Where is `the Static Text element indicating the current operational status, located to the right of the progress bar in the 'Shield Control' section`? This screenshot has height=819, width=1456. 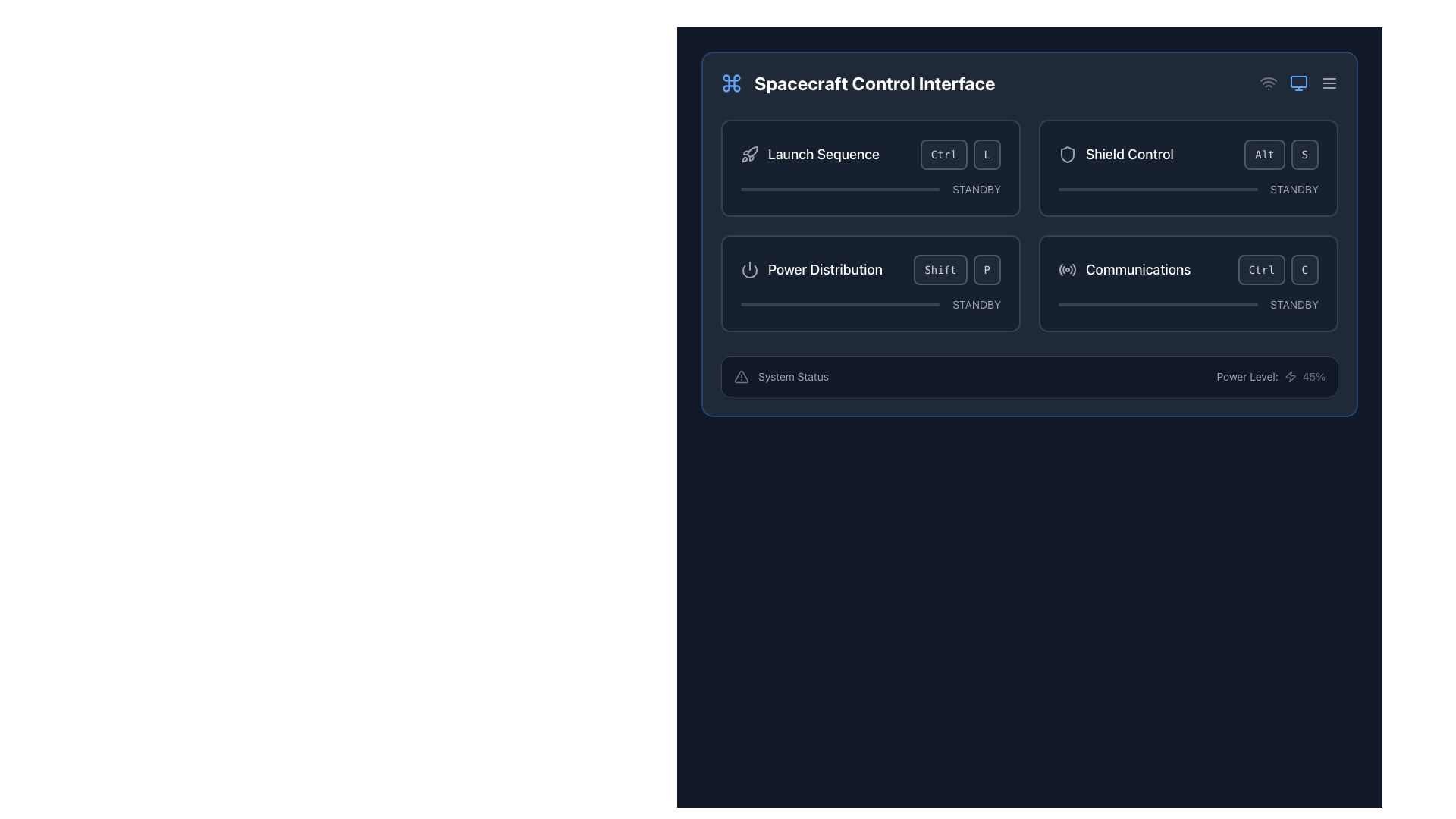 the Static Text element indicating the current operational status, located to the right of the progress bar in the 'Shield Control' section is located at coordinates (1294, 189).